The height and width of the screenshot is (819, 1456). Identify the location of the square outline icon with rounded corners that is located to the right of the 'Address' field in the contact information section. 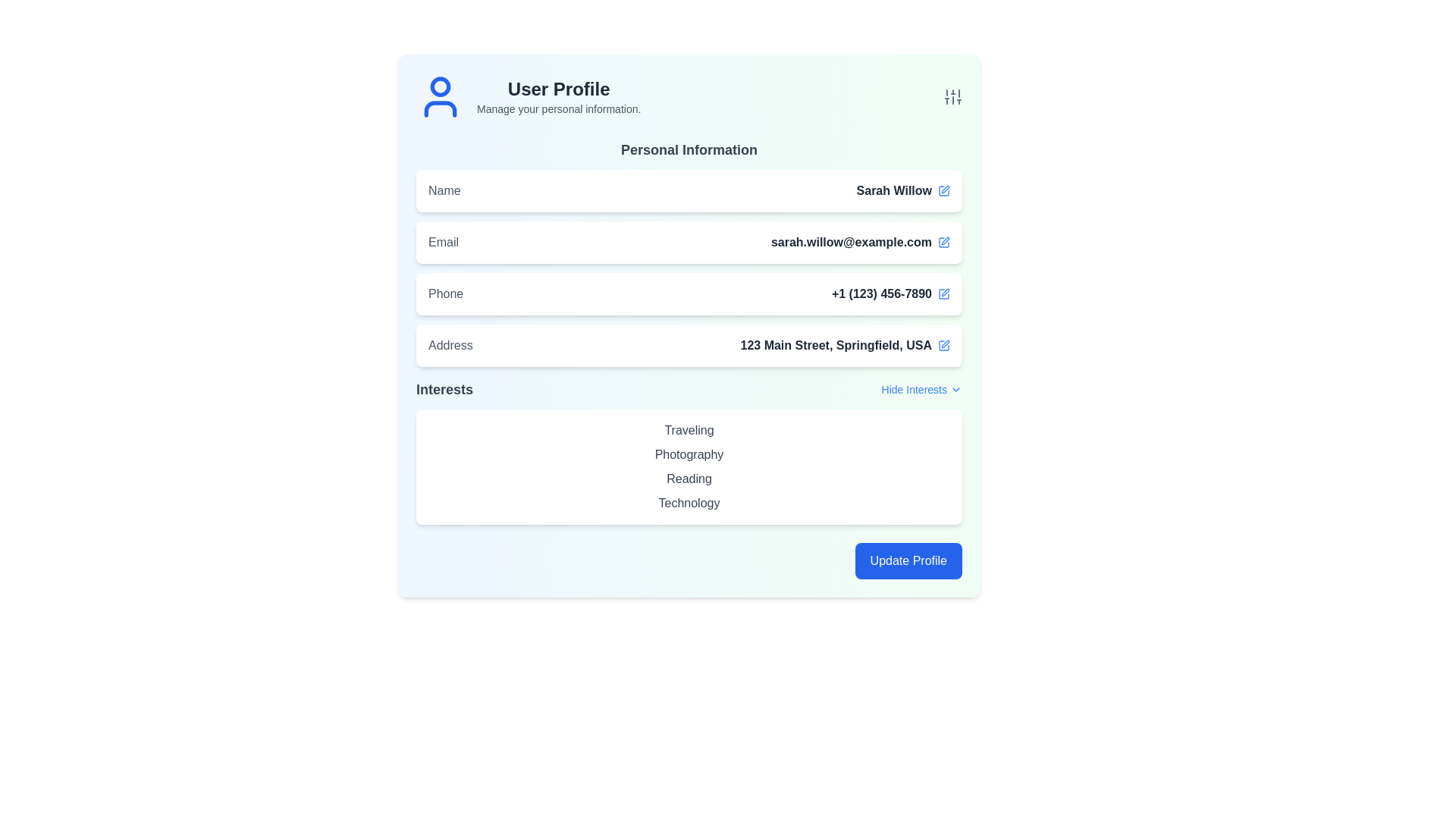
(943, 345).